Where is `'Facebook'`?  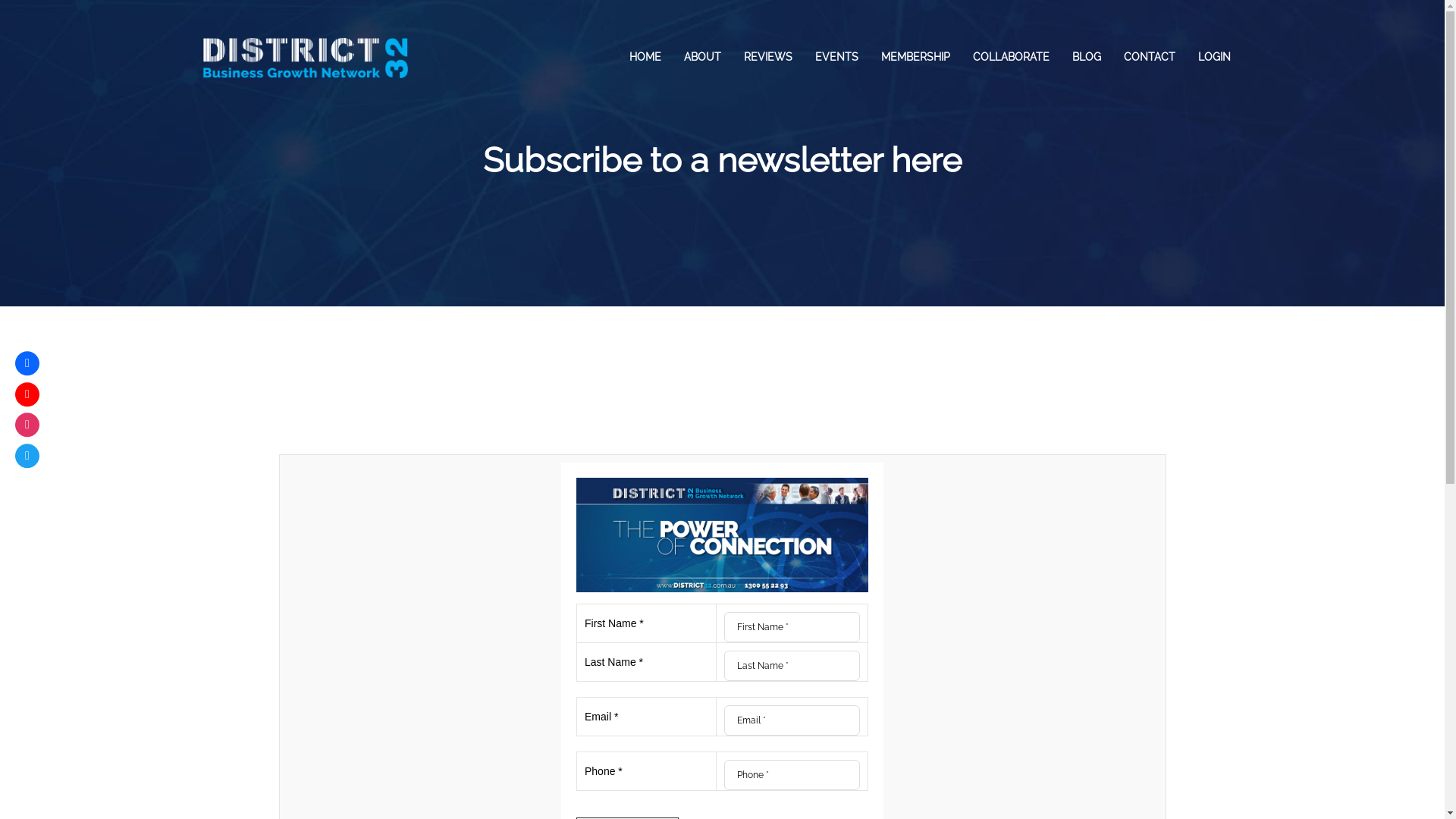 'Facebook' is located at coordinates (27, 362).